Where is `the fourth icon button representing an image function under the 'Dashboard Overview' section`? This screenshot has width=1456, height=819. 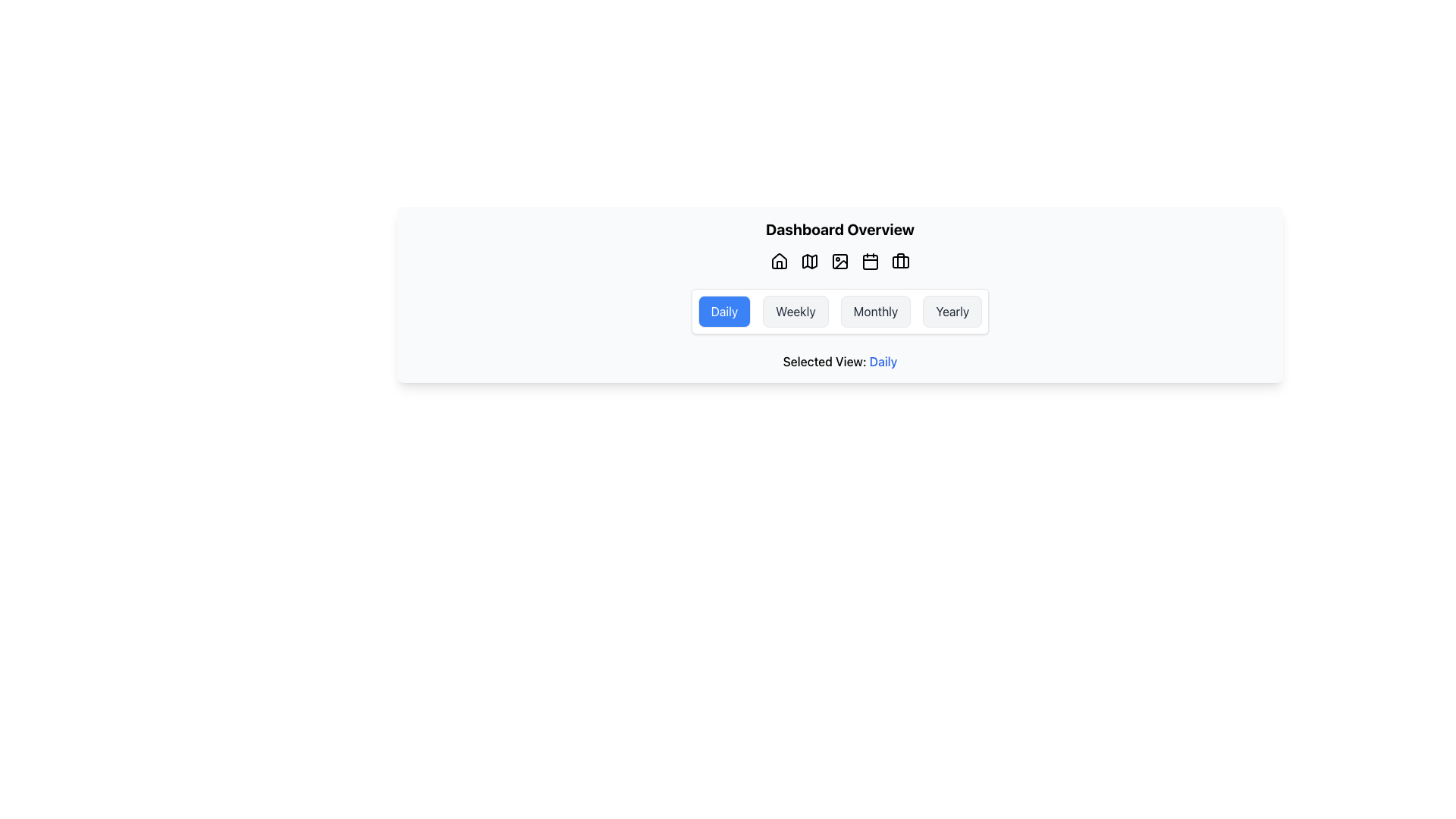 the fourth icon button representing an image function under the 'Dashboard Overview' section is located at coordinates (839, 260).